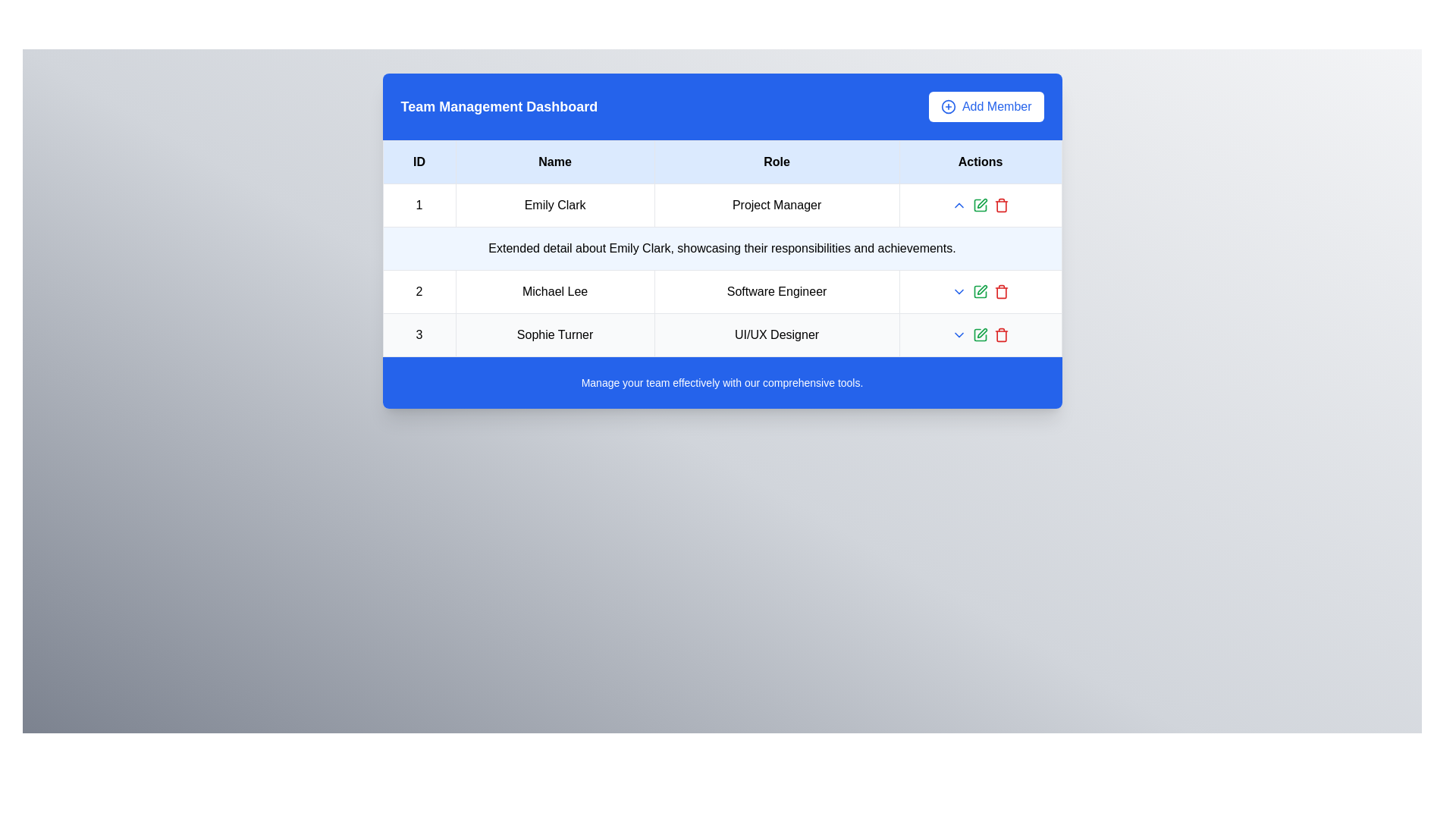  Describe the element at coordinates (554, 162) in the screenshot. I see `the Table Header Cell for the 'Name' column in the table, which is the second cell in the header row, located to the right of the 'ID' cell and to the left of the 'Role' cell` at that location.